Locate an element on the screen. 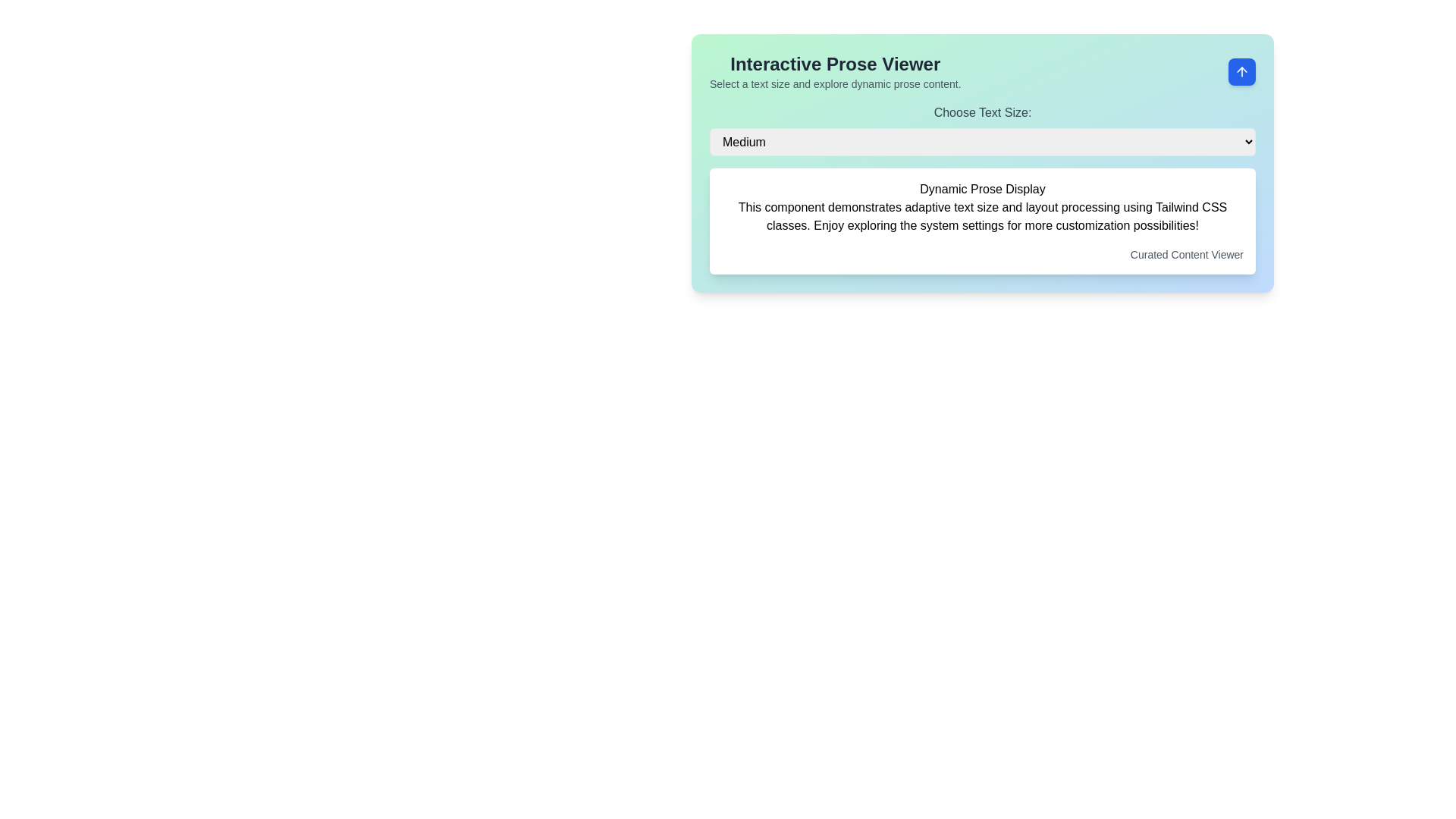 This screenshot has height=819, width=1456. the upward-pointing arrow icon with a blue background located at the top-right corner of the 'Interactive Prose Viewer' card is located at coordinates (1241, 72).